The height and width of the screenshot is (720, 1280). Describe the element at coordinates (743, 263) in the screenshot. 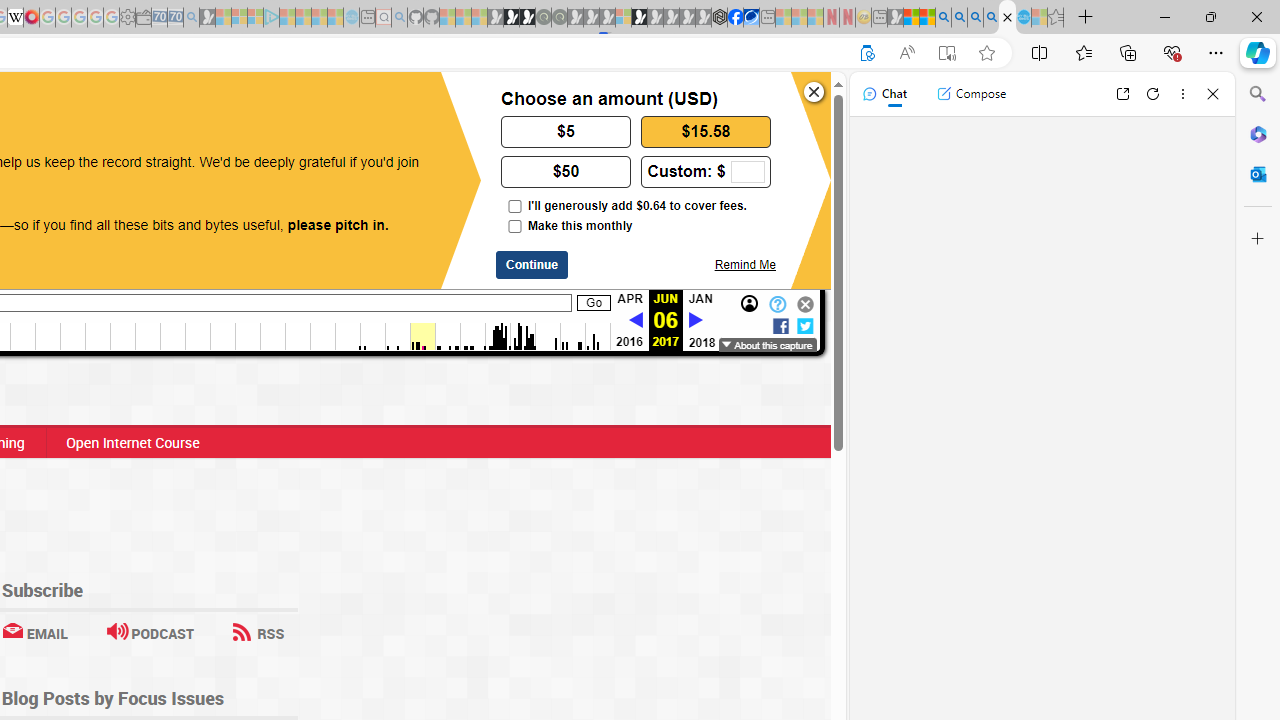

I see `'Remind Me'` at that location.